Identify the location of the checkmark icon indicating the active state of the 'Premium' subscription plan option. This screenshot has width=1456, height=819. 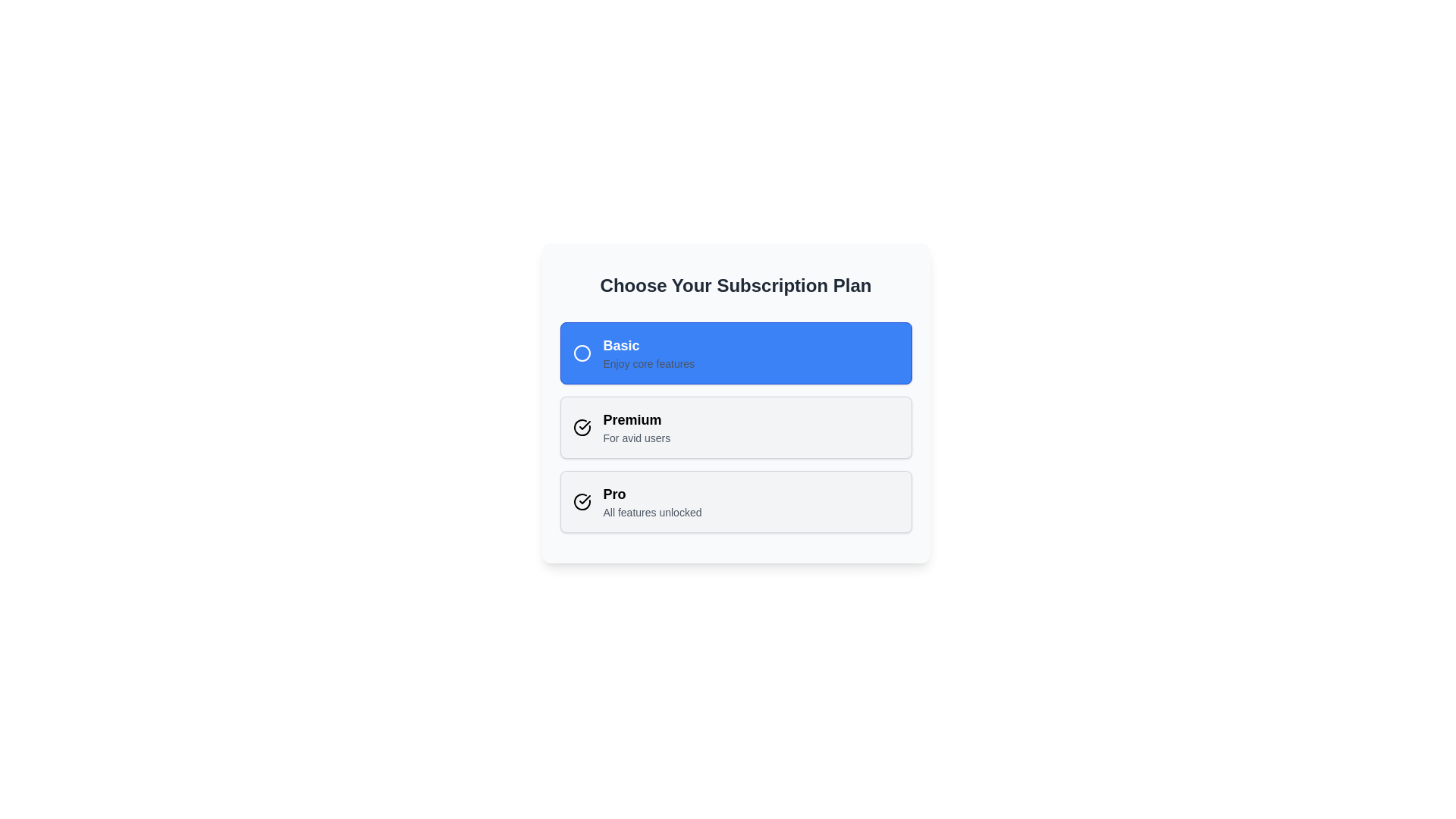
(584, 500).